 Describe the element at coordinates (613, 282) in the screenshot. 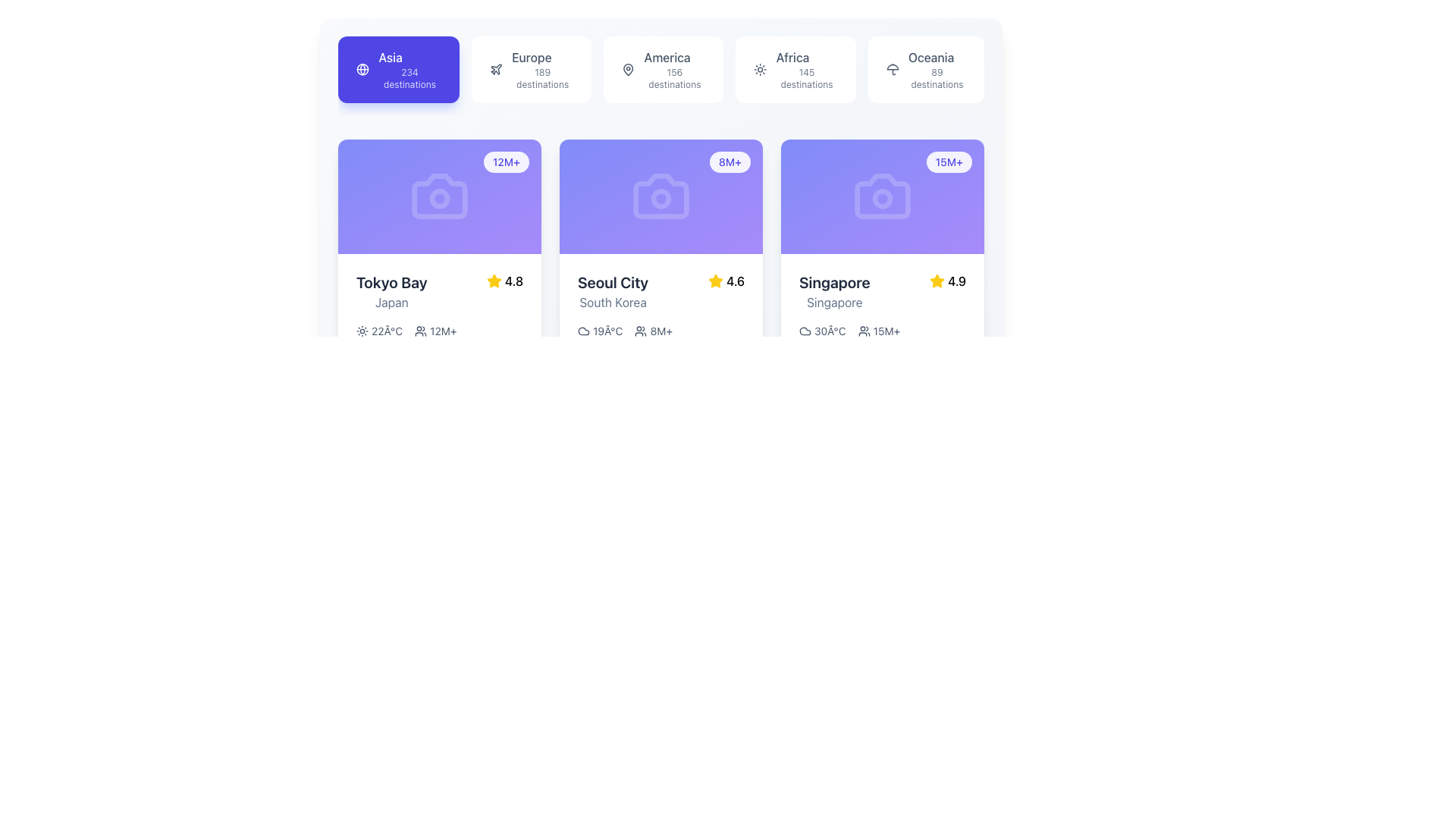

I see `the text label displaying 'Seoul City', which is part of a travel destination card located in the top section of the card above 'South Korea'` at that location.